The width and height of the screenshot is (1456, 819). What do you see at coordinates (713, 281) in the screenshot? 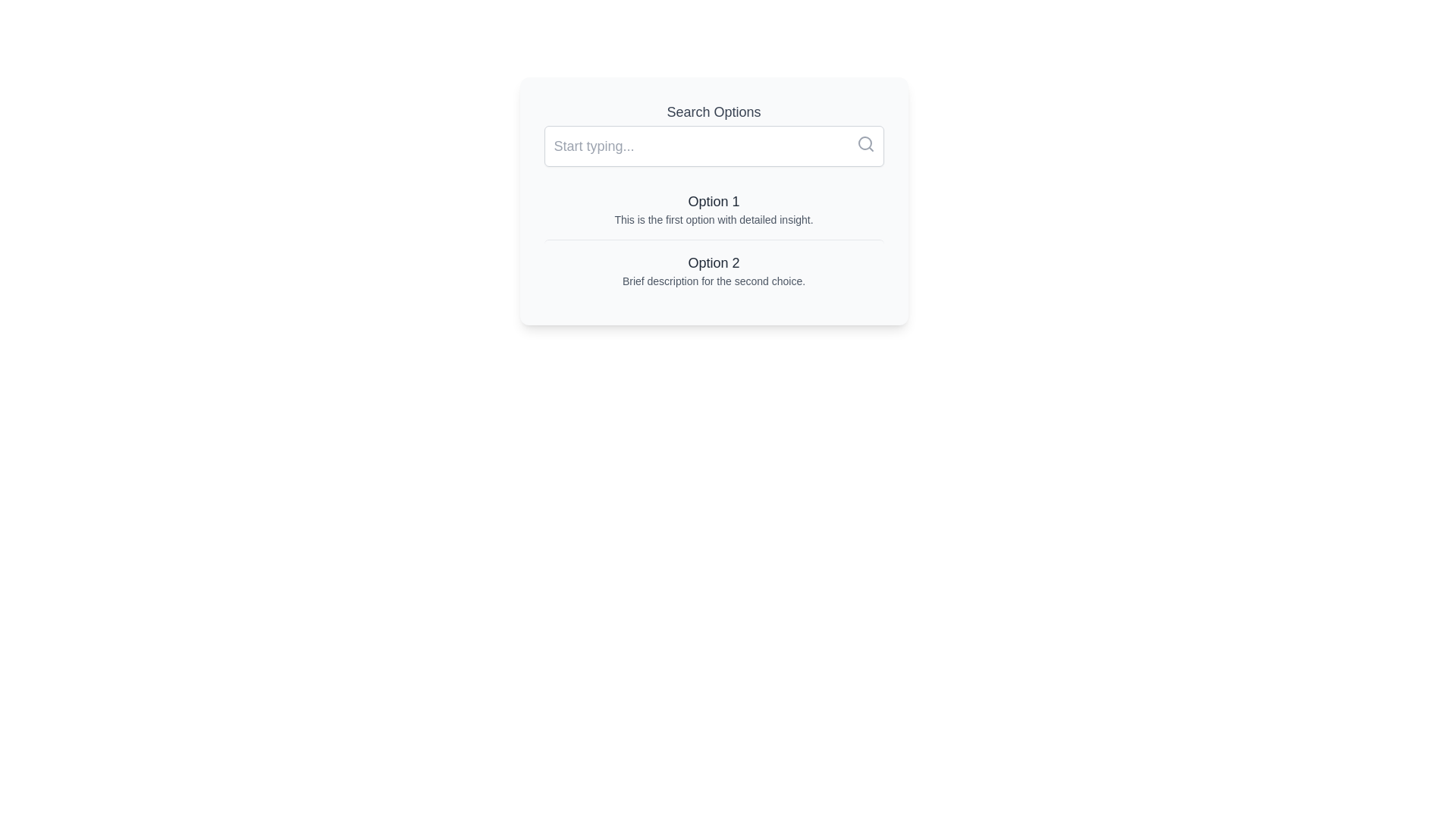
I see `the descriptive text label that provides additional information about the second choice in the options list, located below 'Option 2' in the second option card` at bounding box center [713, 281].